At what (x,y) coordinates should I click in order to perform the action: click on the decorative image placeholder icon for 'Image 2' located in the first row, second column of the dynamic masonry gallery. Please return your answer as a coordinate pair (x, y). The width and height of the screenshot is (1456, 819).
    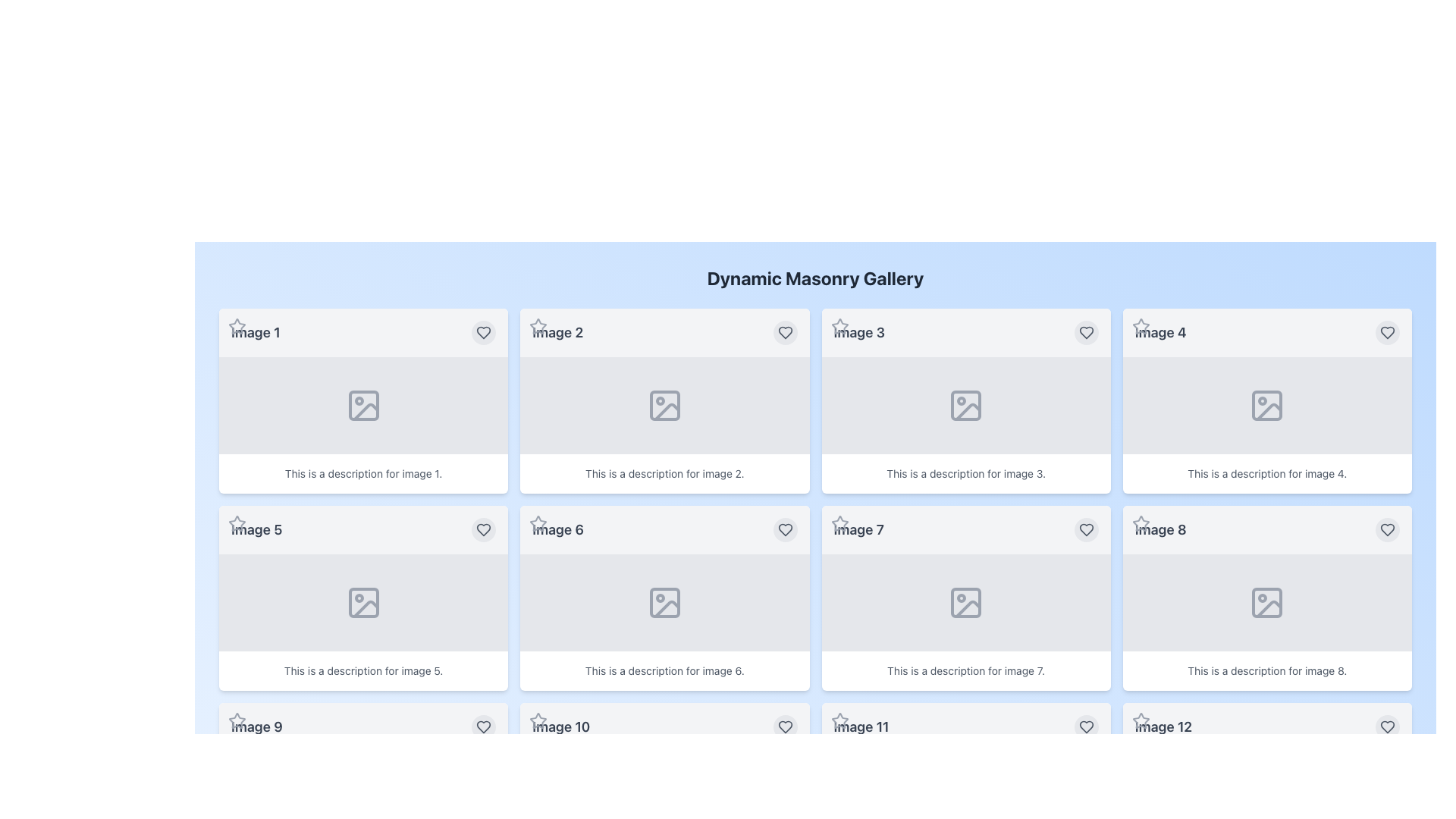
    Looking at the image, I should click on (664, 405).